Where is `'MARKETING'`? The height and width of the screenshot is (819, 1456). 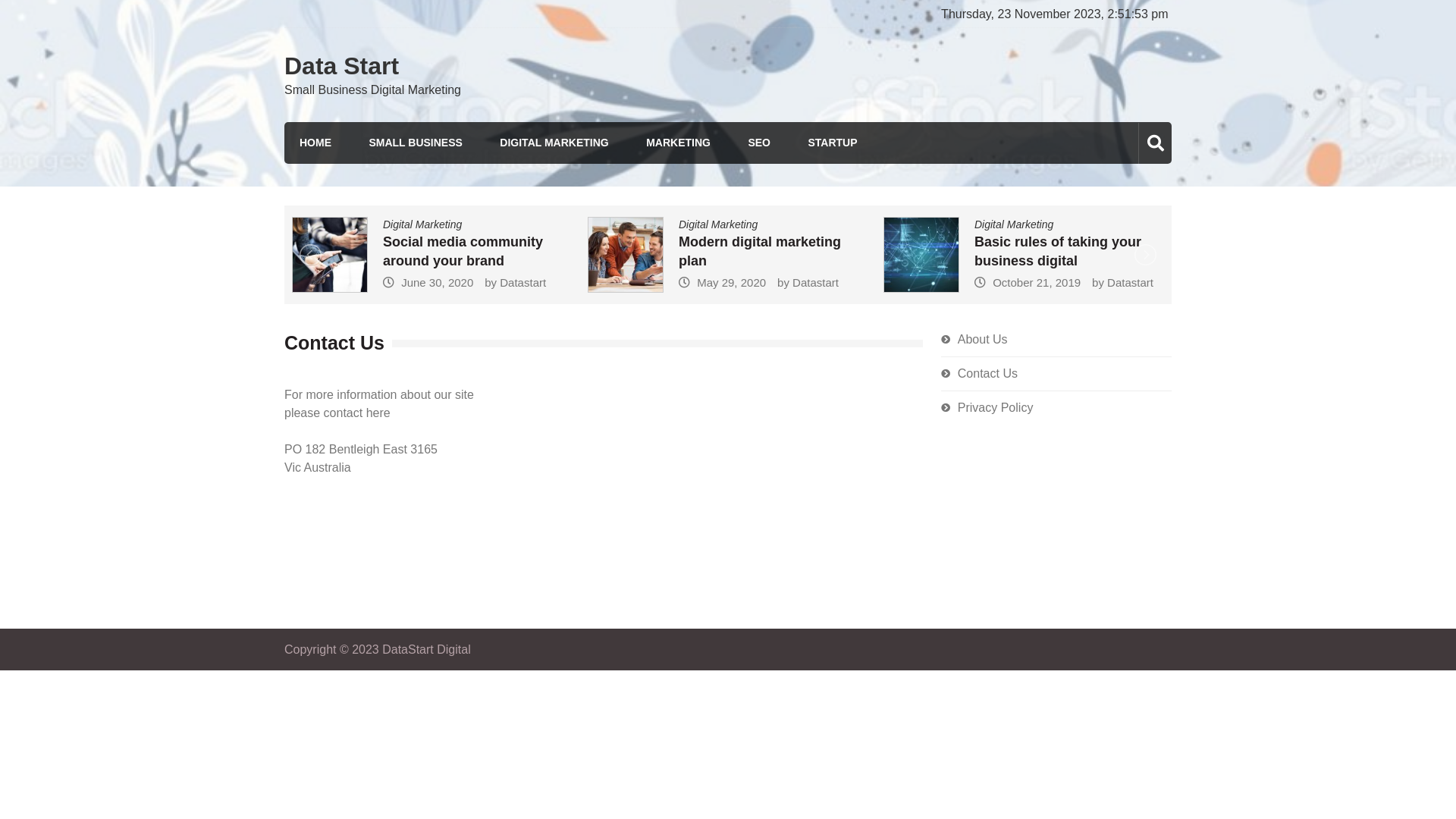
'MARKETING' is located at coordinates (677, 143).